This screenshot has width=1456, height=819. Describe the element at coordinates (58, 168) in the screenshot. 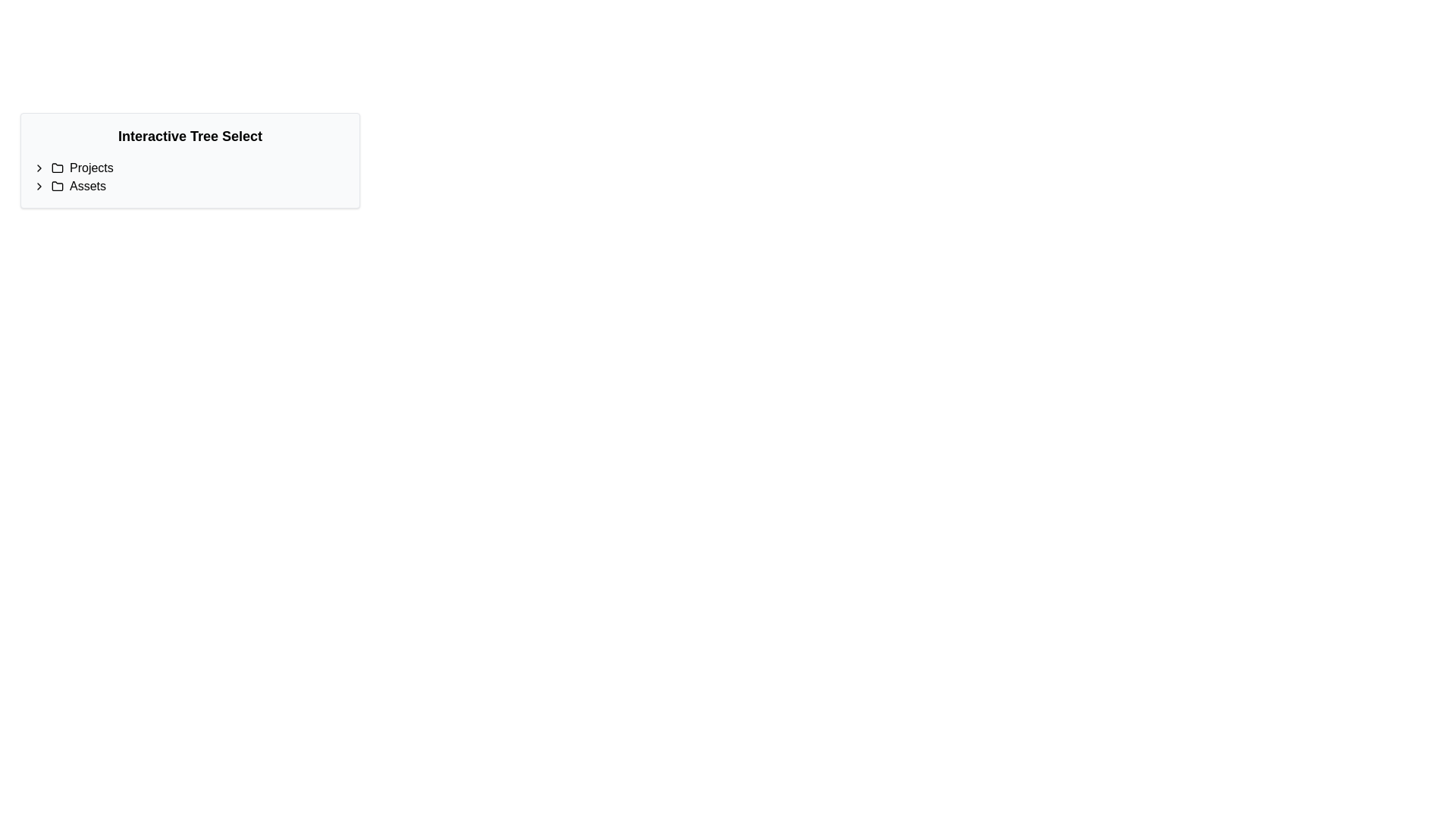

I see `the 'Projects' category icon in the 'Interactive Tree Select' section` at that location.